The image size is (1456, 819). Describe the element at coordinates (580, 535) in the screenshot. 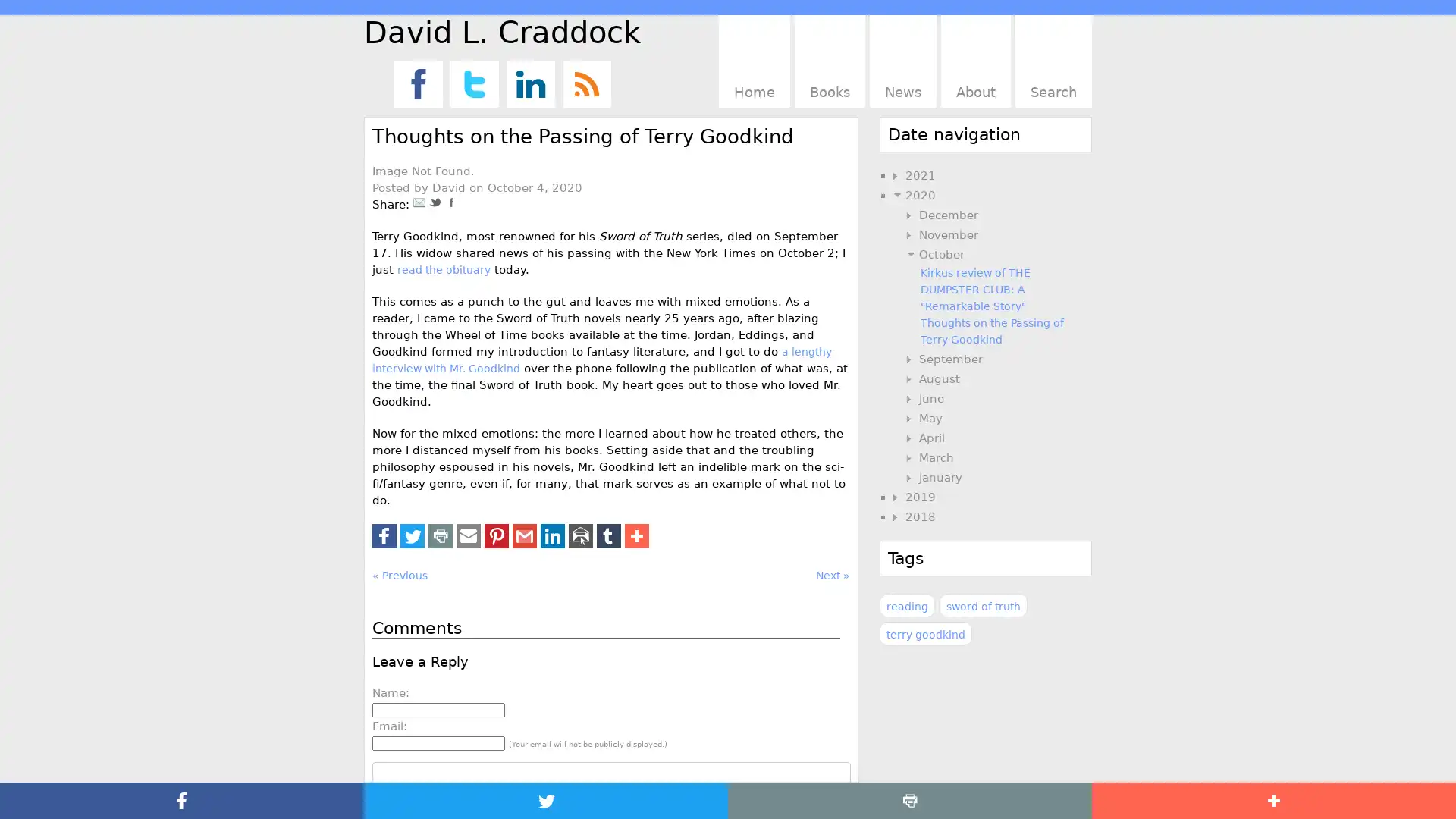

I see `Share to Email App` at that location.